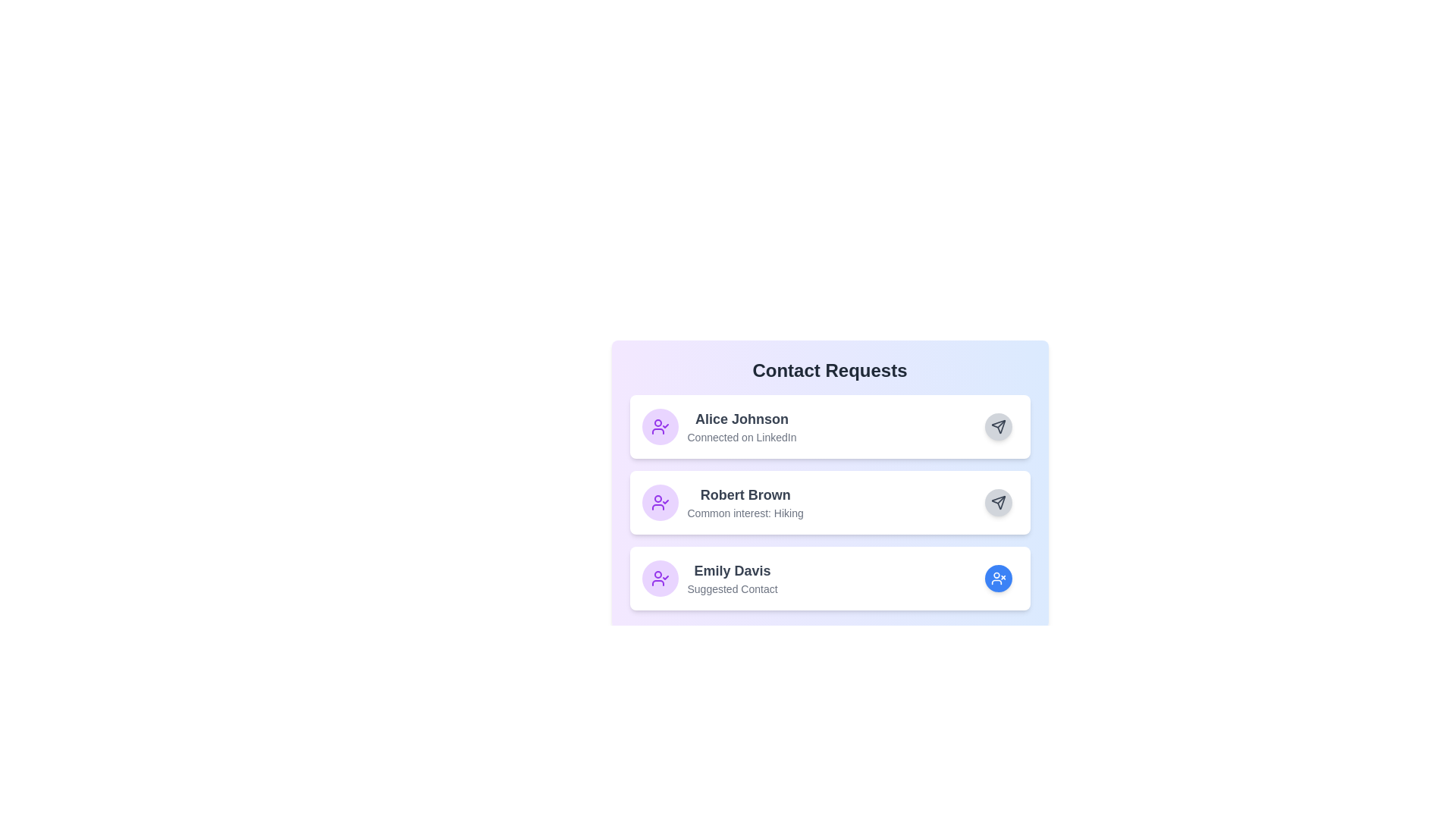 Image resolution: width=1456 pixels, height=819 pixels. I want to click on the 'Approve' button for the contact request Robert Brown, so click(998, 503).